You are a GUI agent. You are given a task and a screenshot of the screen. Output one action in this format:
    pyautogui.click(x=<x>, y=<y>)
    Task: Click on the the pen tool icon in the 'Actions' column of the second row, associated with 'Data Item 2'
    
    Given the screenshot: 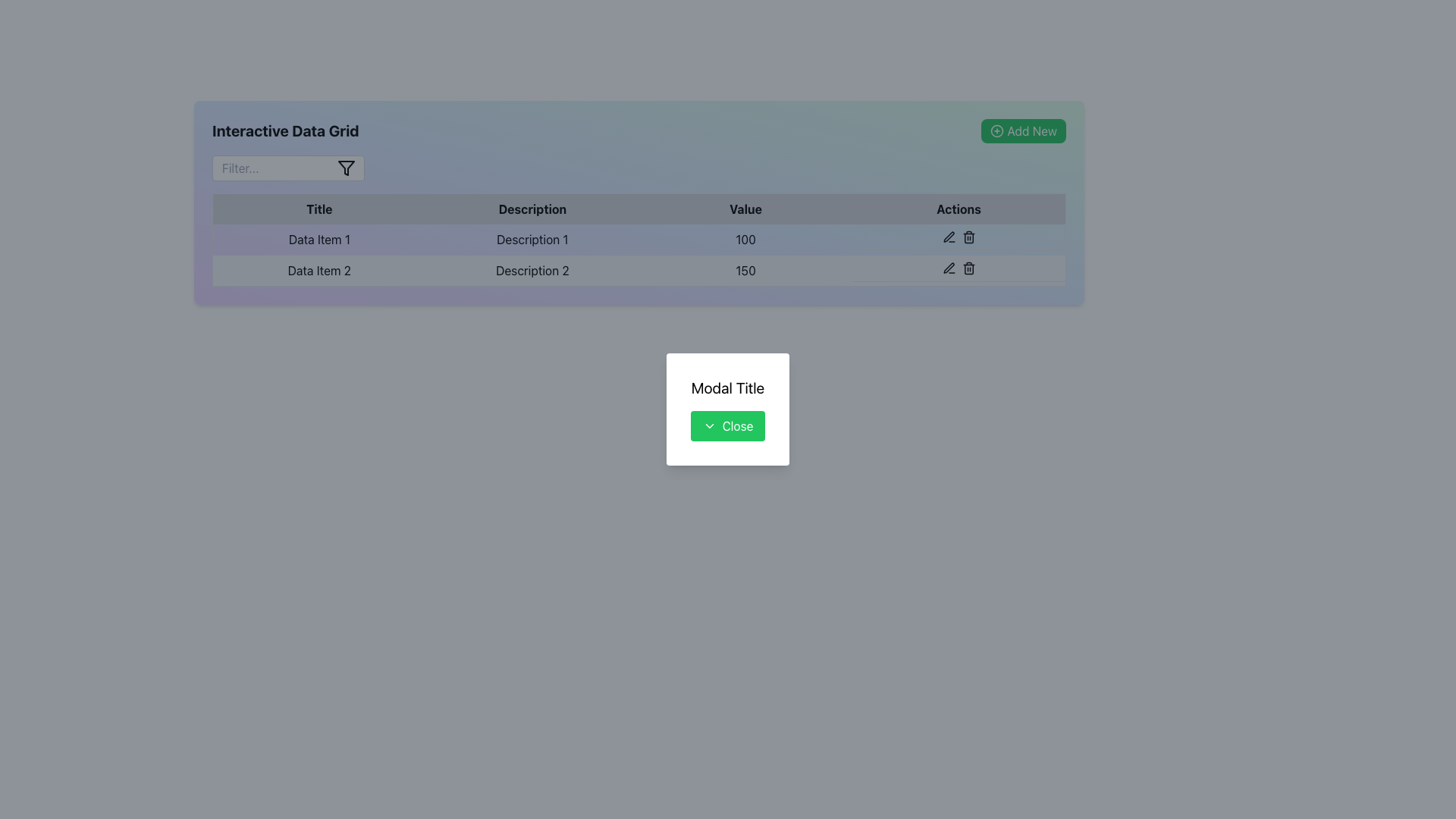 What is the action you would take?
    pyautogui.click(x=948, y=237)
    